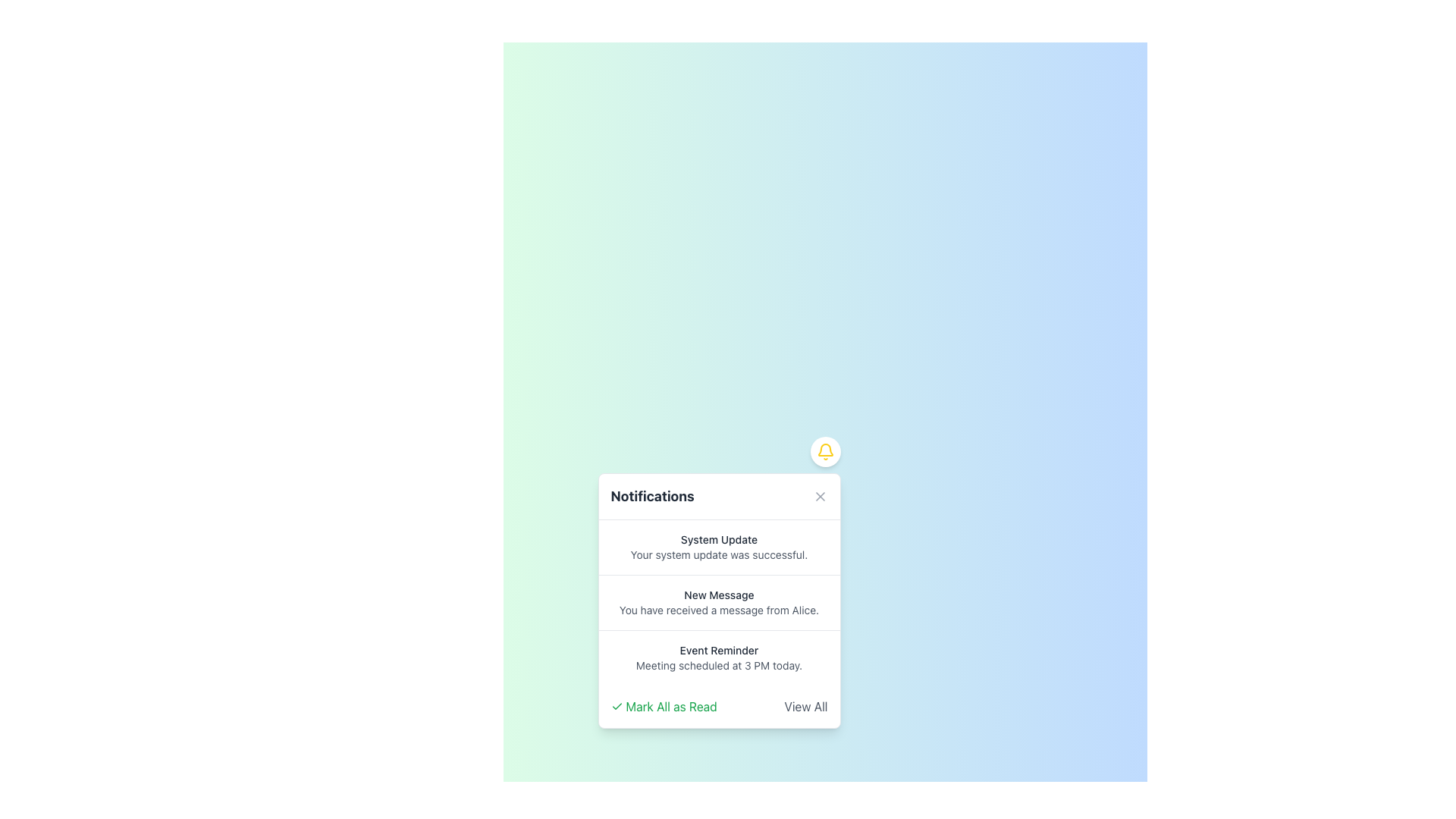  What do you see at coordinates (819, 497) in the screenshot?
I see `the dismiss button represented as an SVG graphic in the top-right corner of the 'Notifications' card` at bounding box center [819, 497].